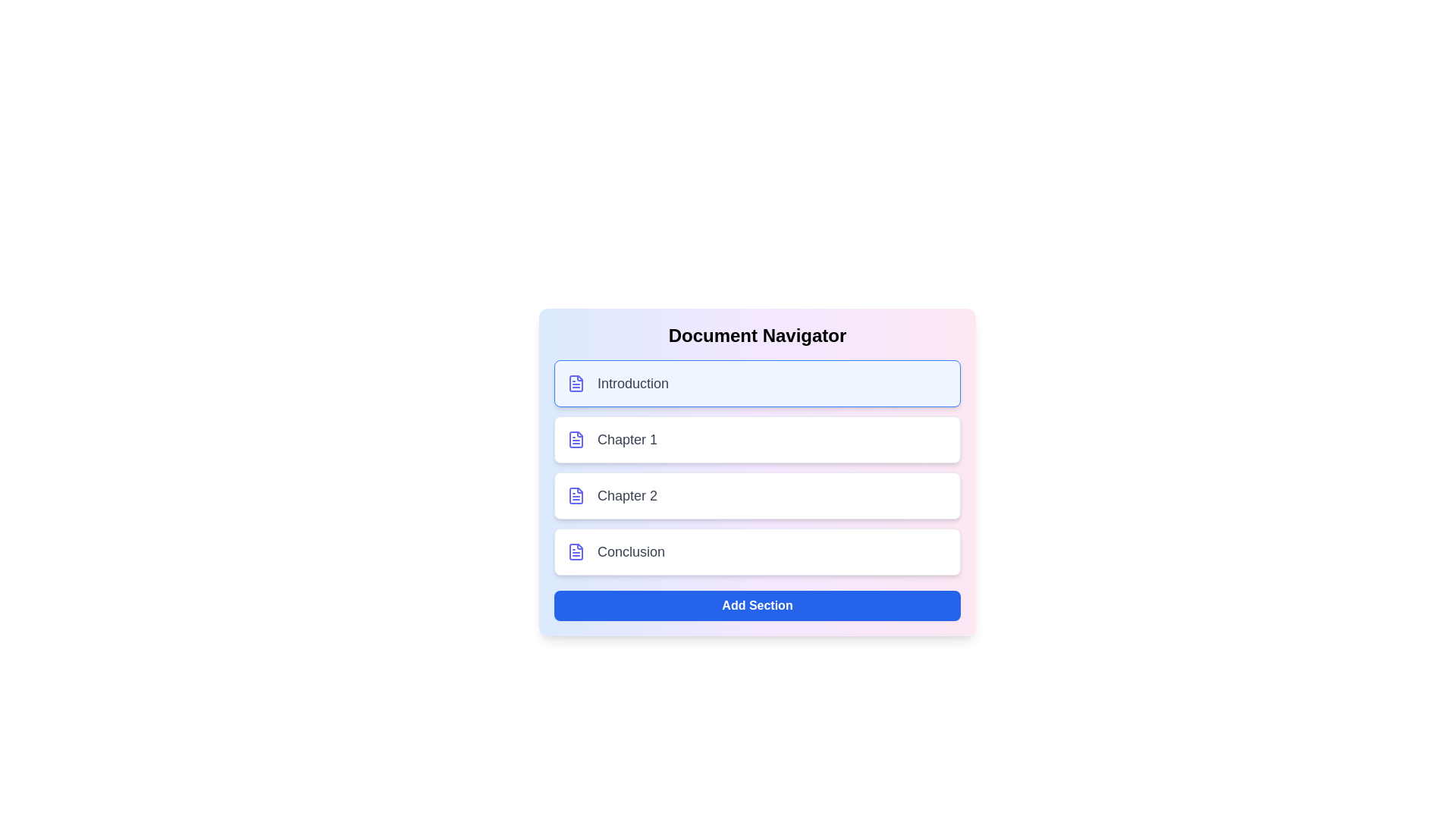  Describe the element at coordinates (757, 382) in the screenshot. I see `the section Introduction to observe its hover effect` at that location.